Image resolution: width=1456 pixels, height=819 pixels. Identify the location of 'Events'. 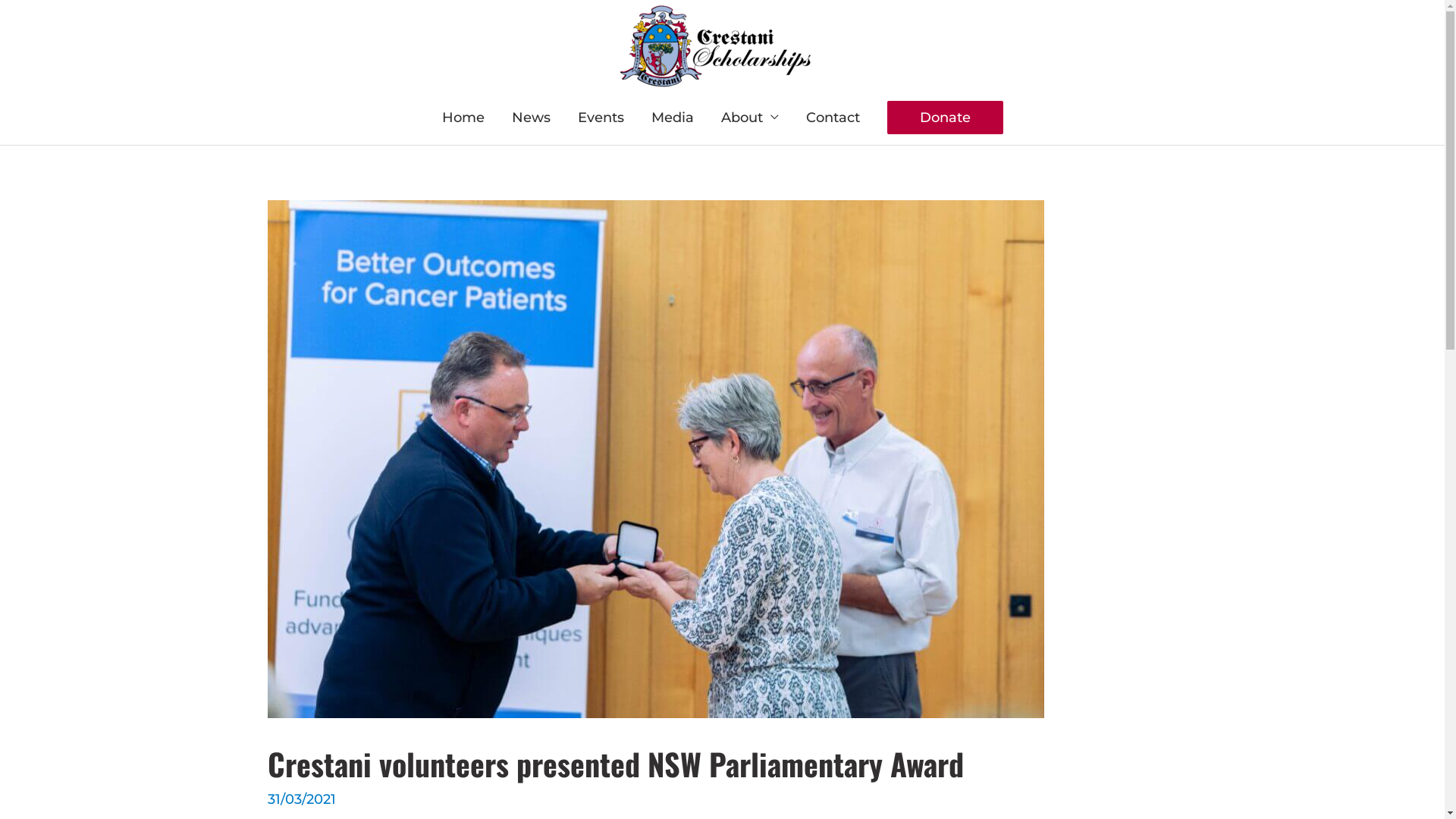
(563, 116).